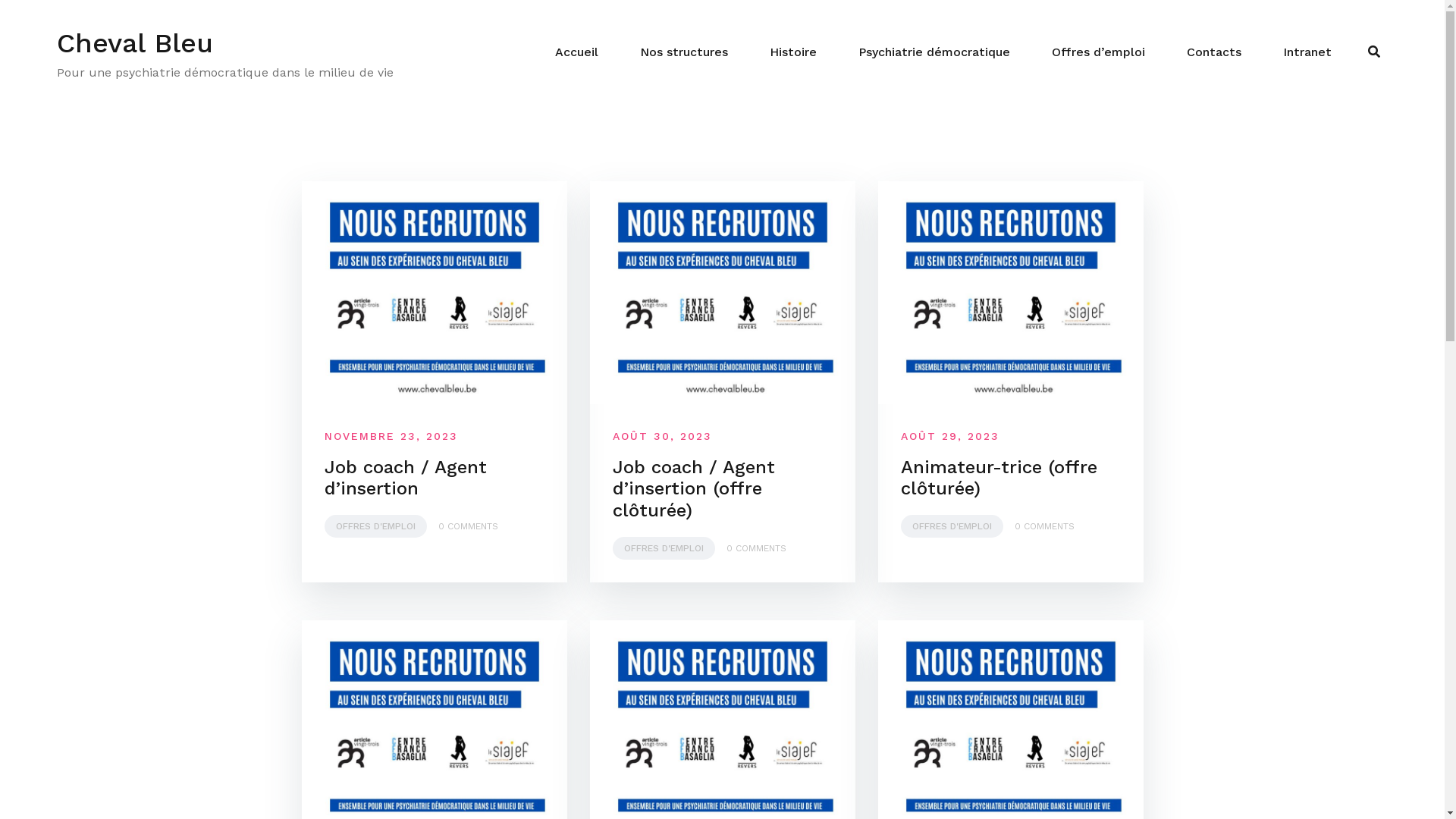 The width and height of the screenshot is (1456, 819). Describe the element at coordinates (391, 435) in the screenshot. I see `'NOVEMBRE 23, 2023'` at that location.